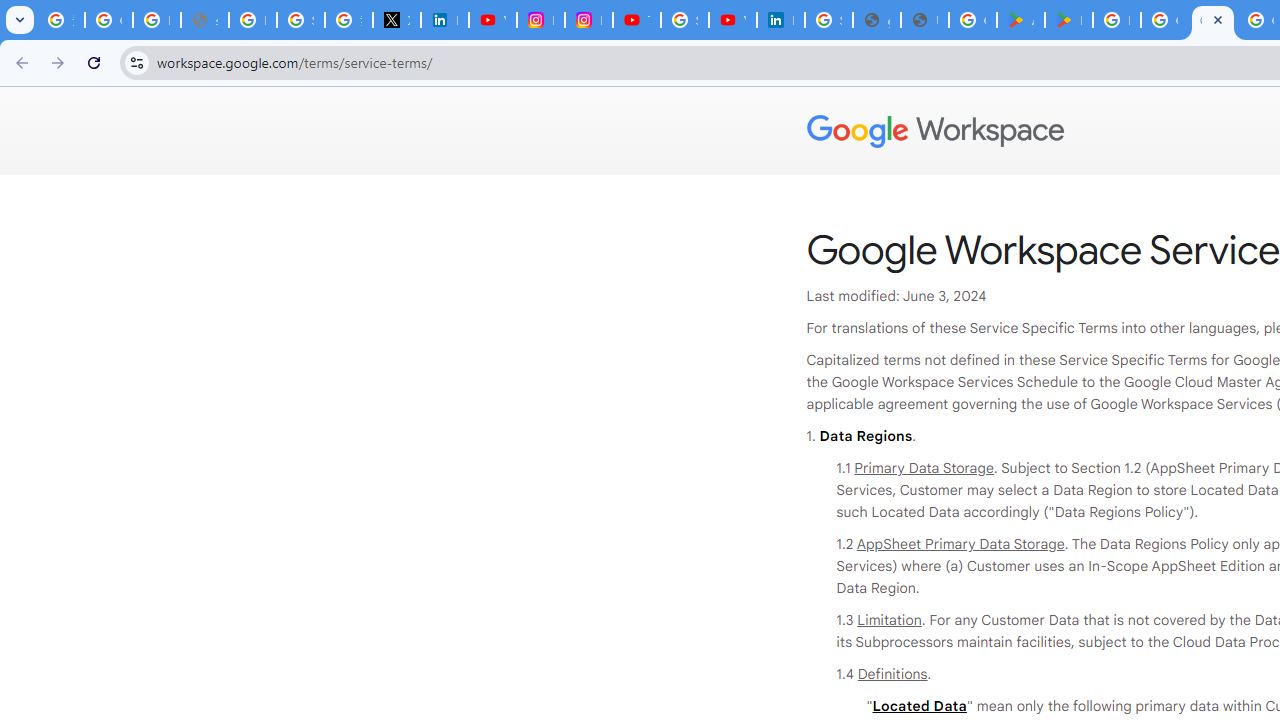 Image resolution: width=1280 pixels, height=720 pixels. I want to click on 'X', so click(396, 20).